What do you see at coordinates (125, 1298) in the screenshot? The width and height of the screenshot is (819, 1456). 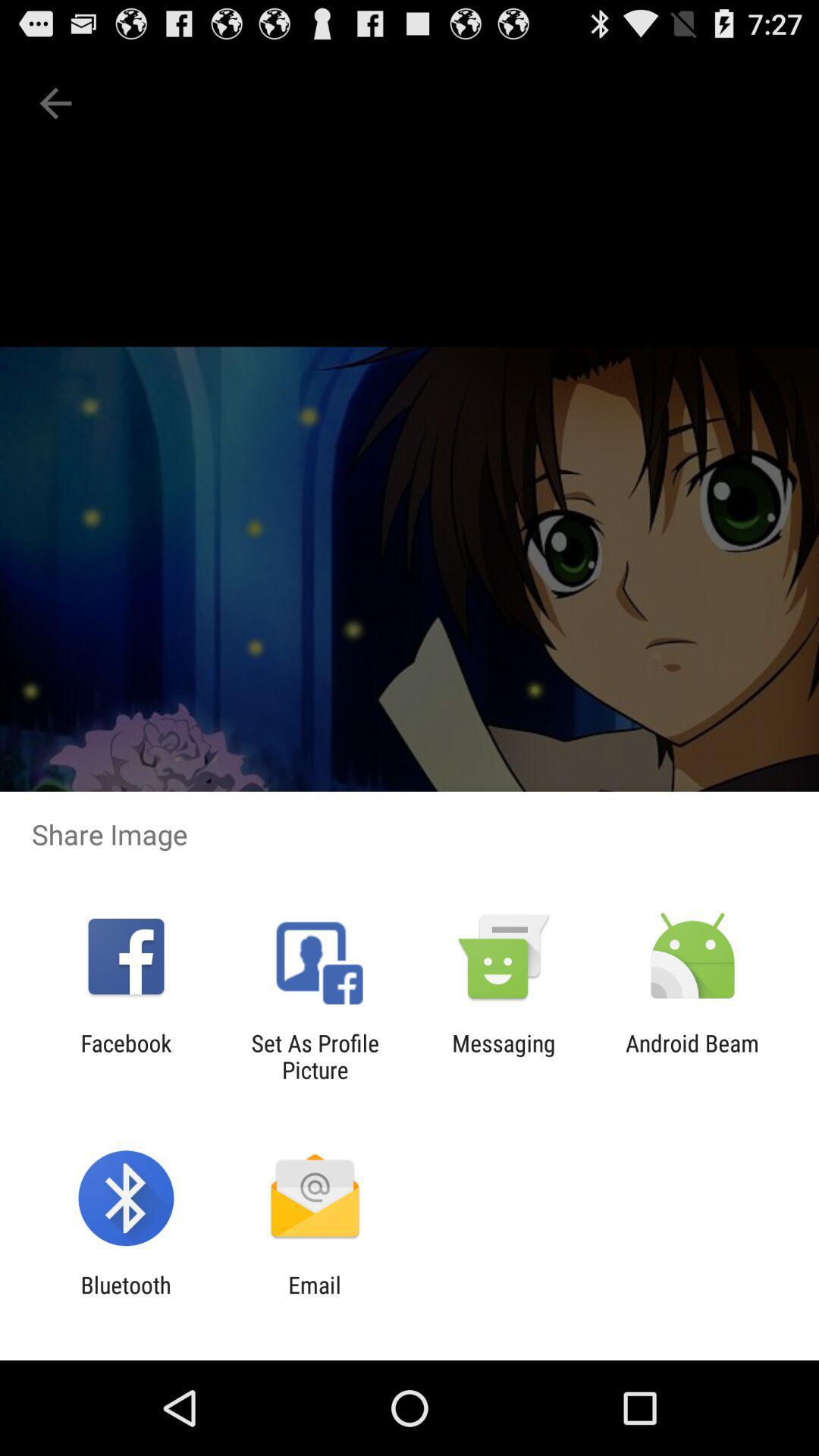 I see `icon to the left of email icon` at bounding box center [125, 1298].